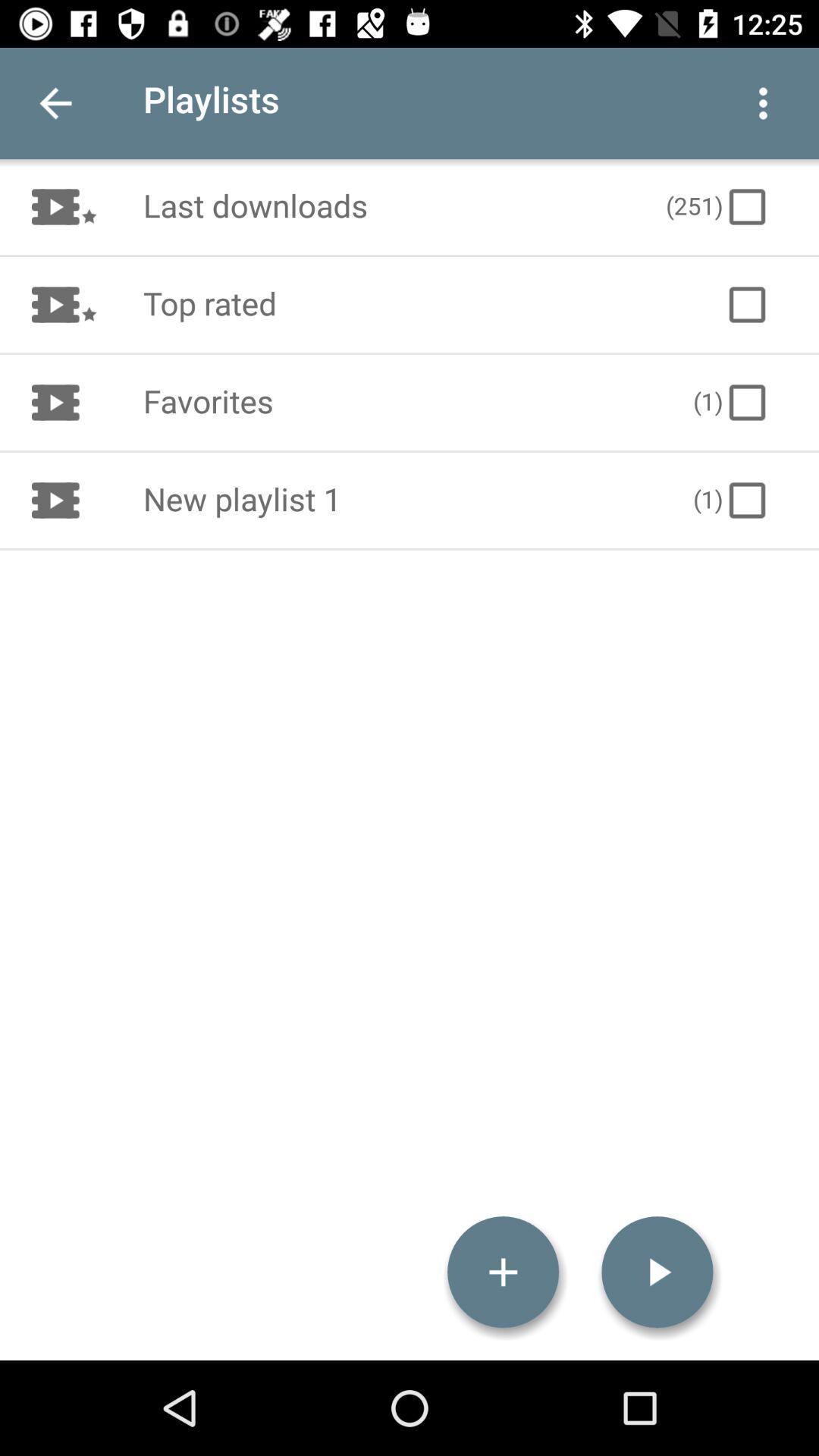 The width and height of the screenshot is (819, 1456). I want to click on item to the left of the (1) icon, so click(401, 500).